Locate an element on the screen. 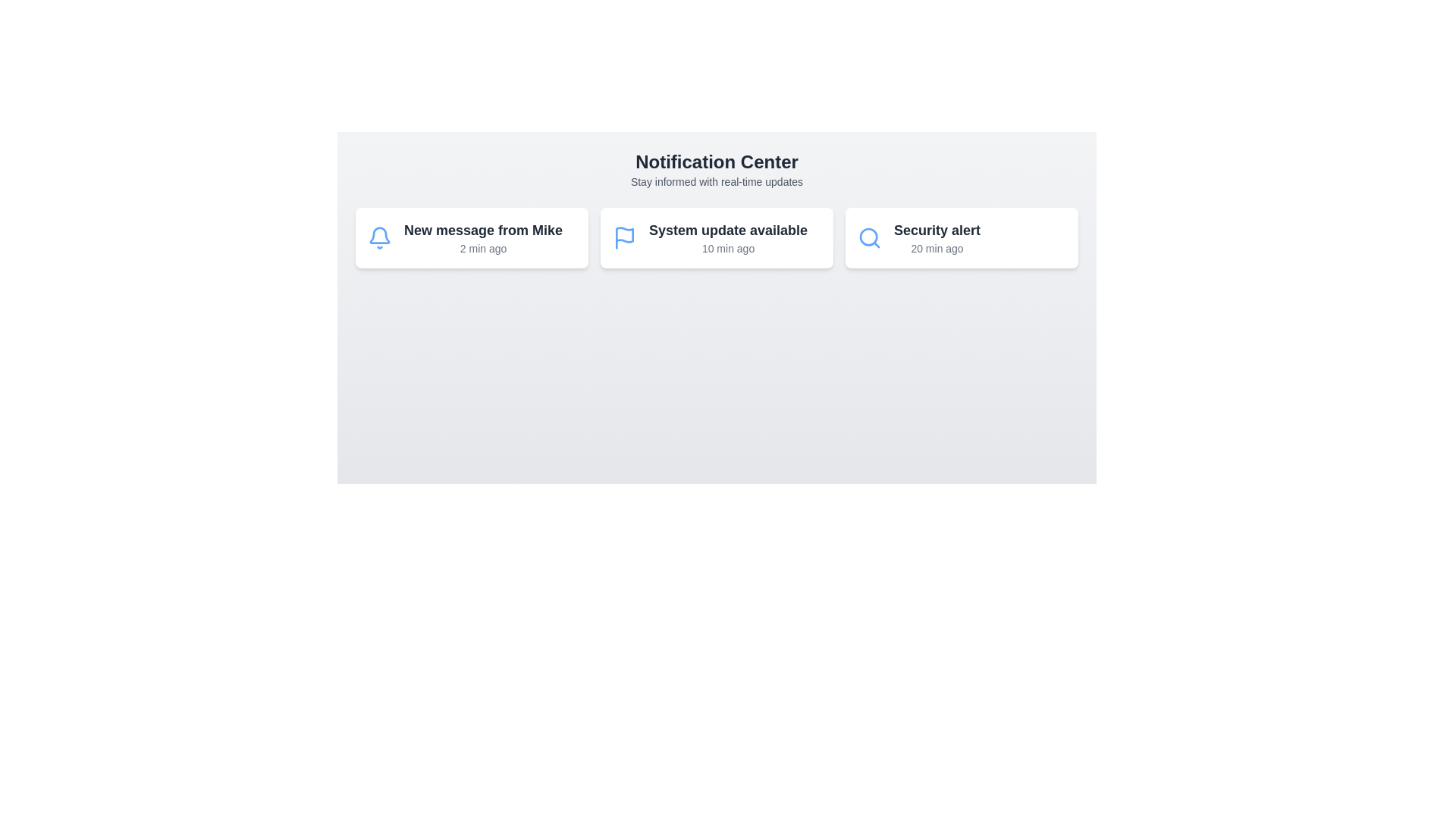  the timestamp displayed in the text label that reads '2 min ago', which is located below the 'New message from Mike' text in the notification card is located at coordinates (482, 247).